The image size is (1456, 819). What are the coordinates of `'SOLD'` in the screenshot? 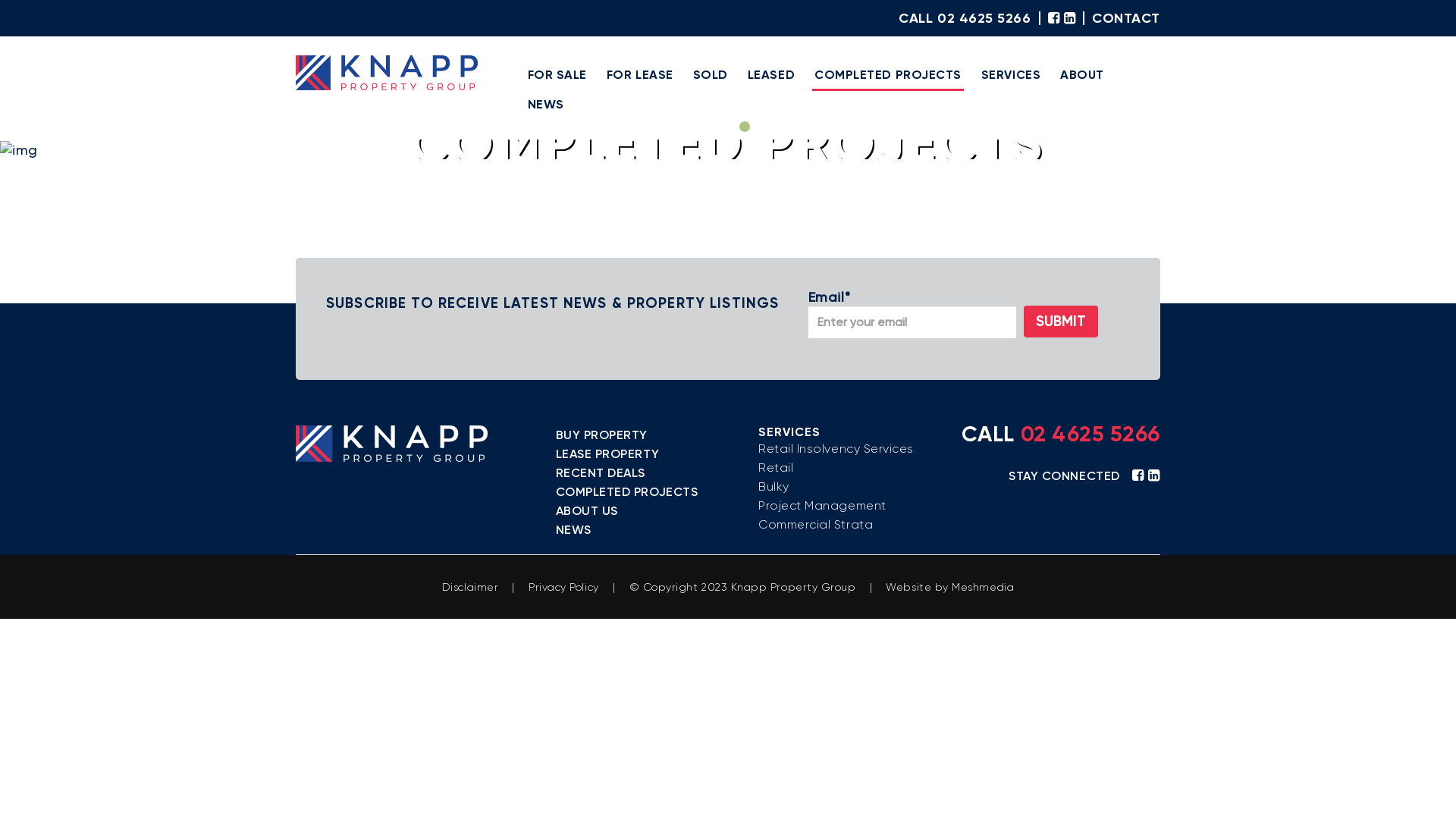 It's located at (690, 76).